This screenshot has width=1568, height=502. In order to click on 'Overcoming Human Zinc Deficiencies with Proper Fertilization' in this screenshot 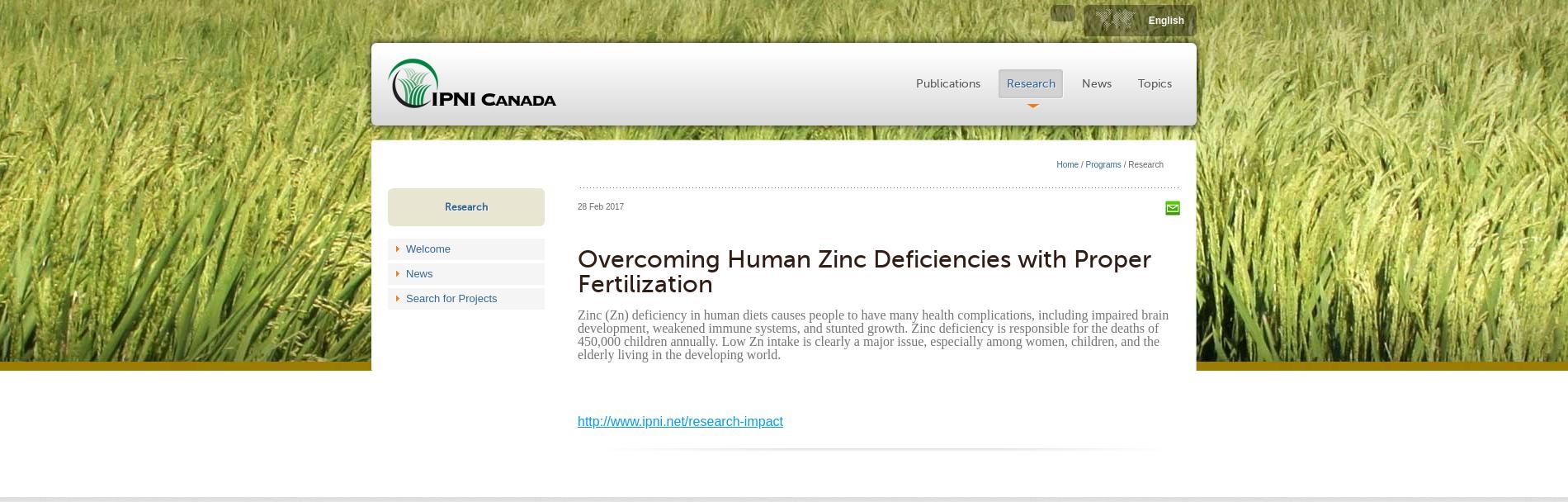, I will do `click(577, 271)`.